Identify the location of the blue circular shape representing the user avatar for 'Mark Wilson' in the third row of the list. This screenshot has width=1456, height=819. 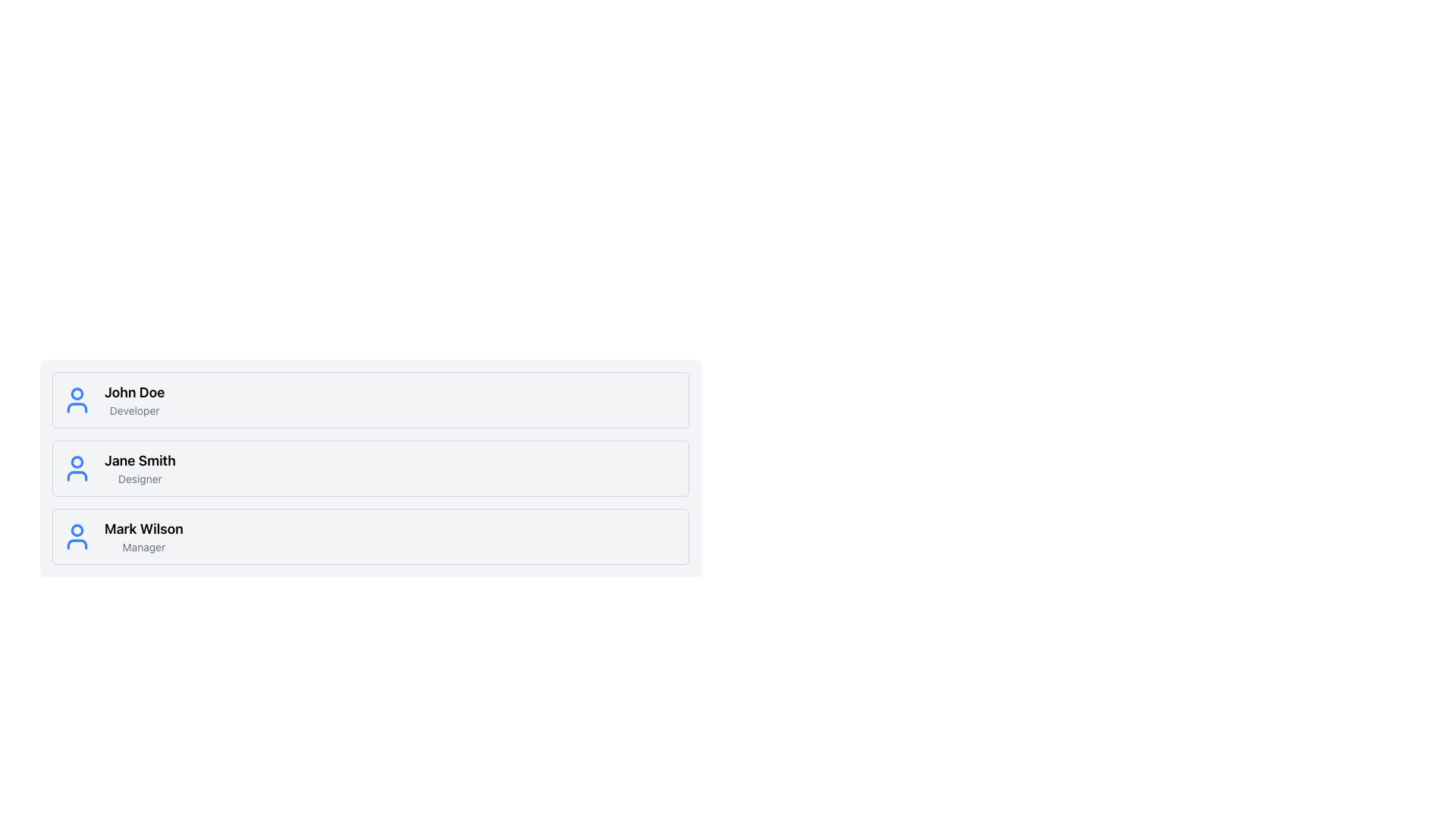
(76, 529).